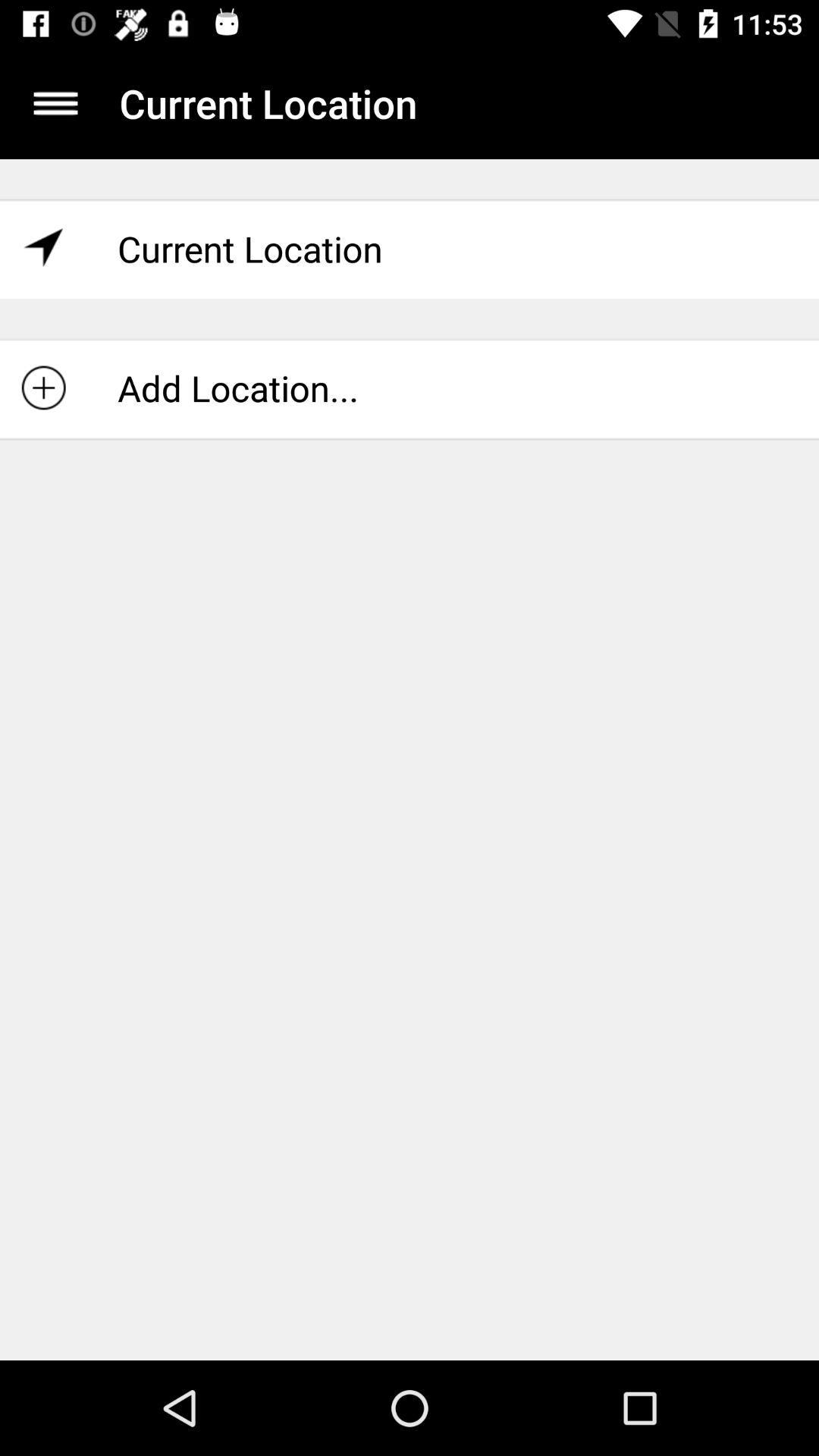  Describe the element at coordinates (55, 102) in the screenshot. I see `the item above the current location` at that location.